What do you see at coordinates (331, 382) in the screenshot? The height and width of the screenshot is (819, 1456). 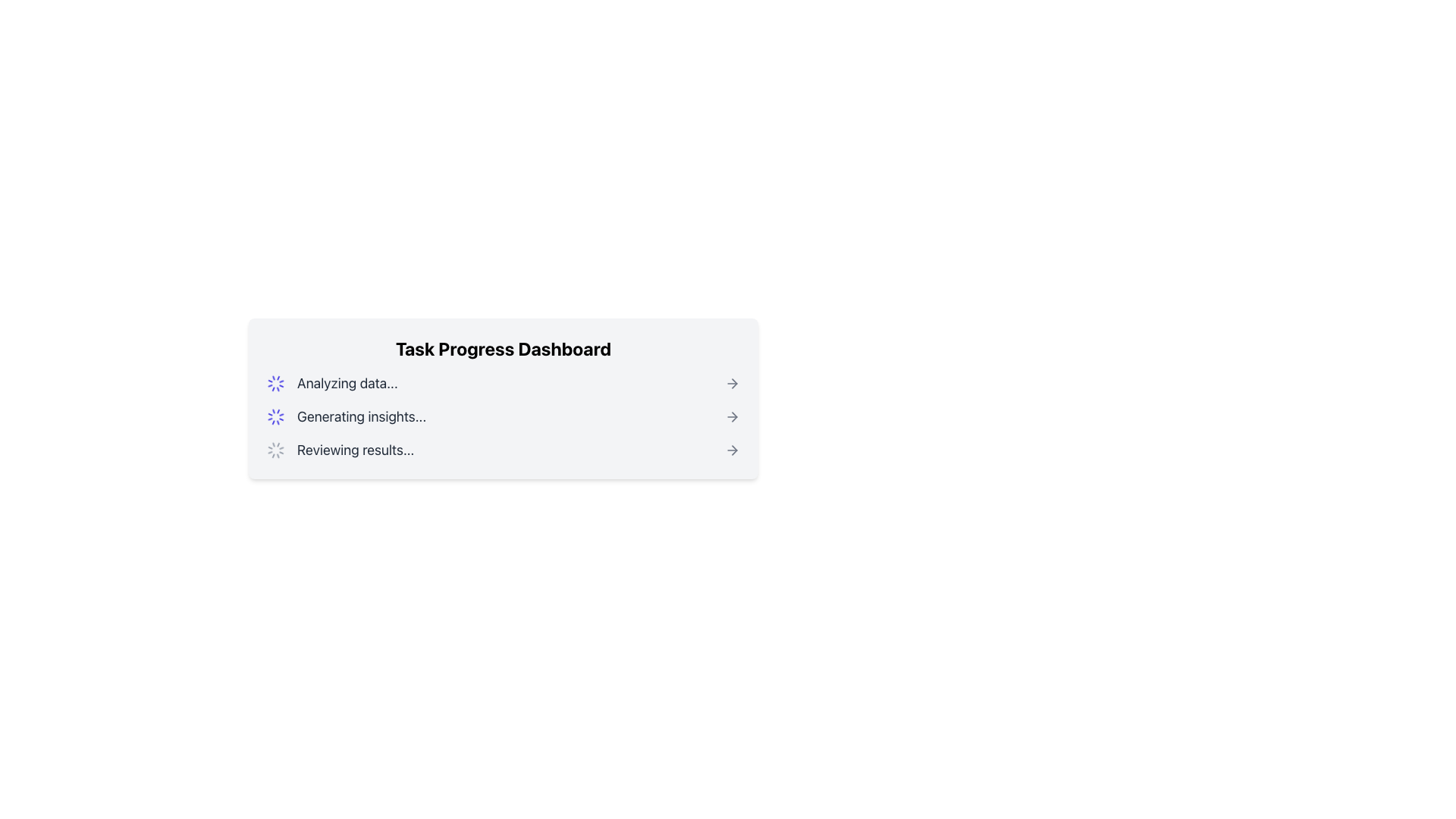 I see `the text label 'Analyzing data...' in the Progress indicator within the Task Progress Dashboard` at bounding box center [331, 382].